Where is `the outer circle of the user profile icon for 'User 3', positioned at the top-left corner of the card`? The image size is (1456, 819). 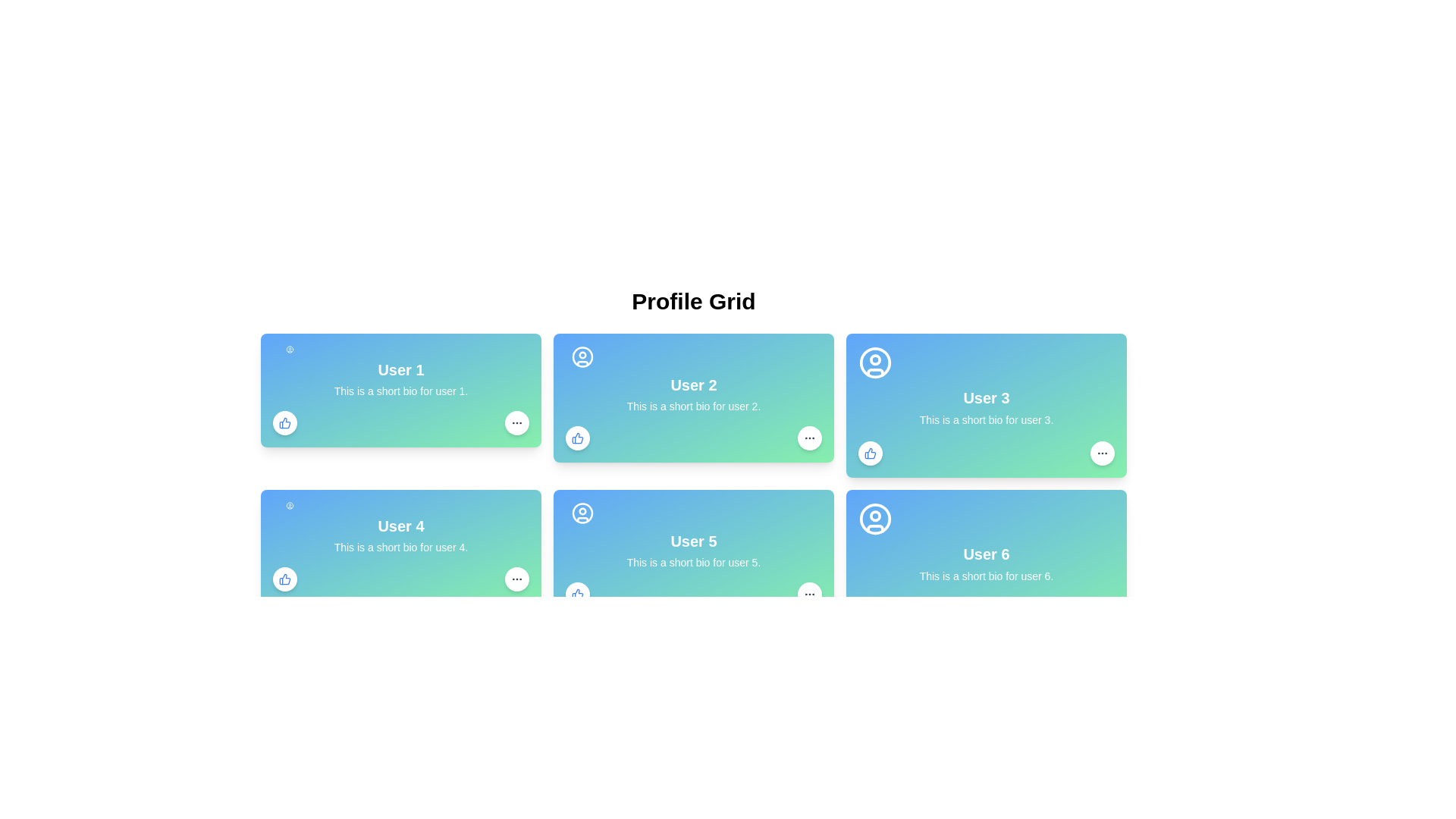 the outer circle of the user profile icon for 'User 3', positioned at the top-left corner of the card is located at coordinates (875, 362).